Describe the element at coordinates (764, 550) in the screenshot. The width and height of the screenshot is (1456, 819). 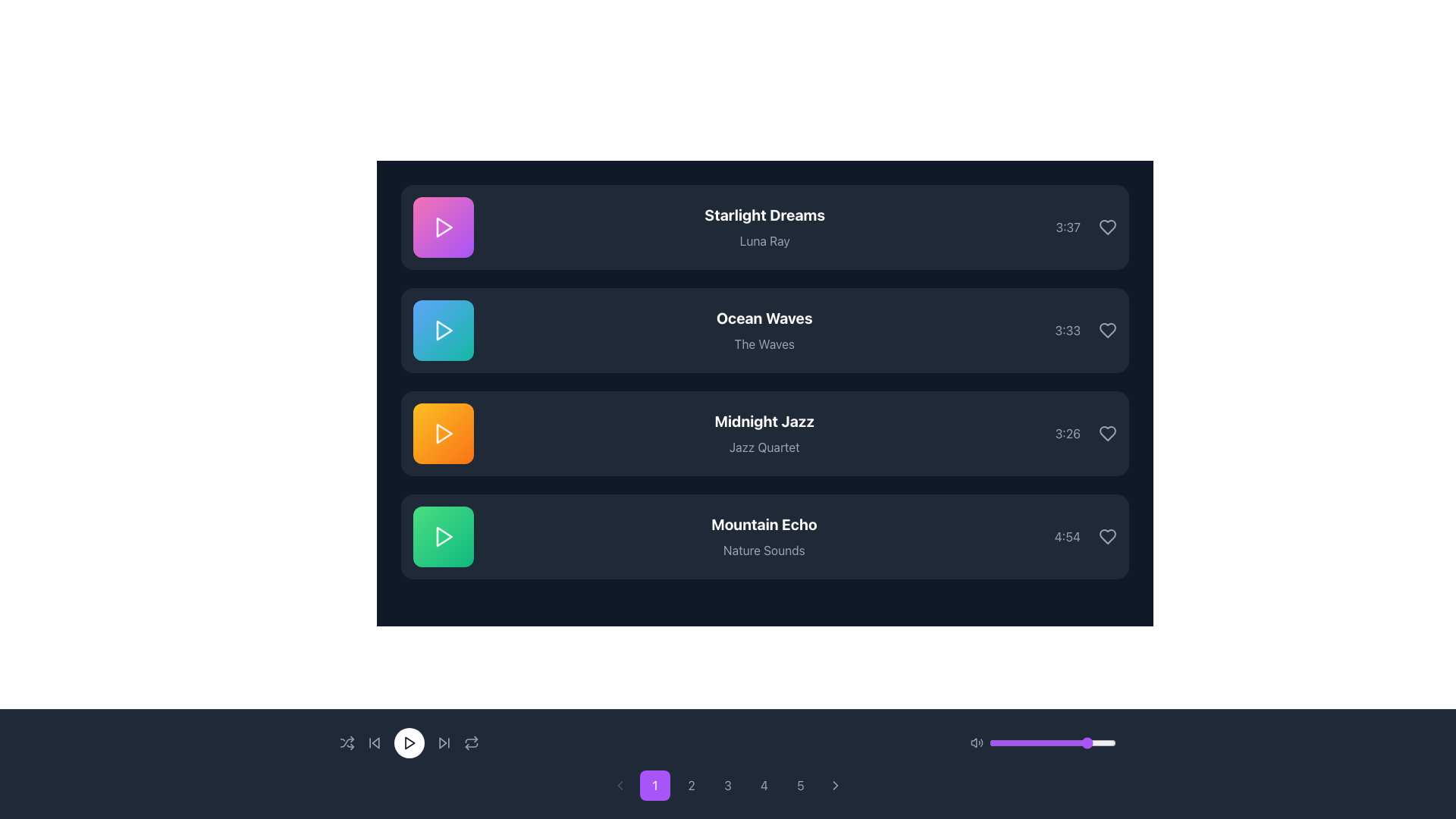
I see `the 'Nature Sounds' text label, which is displayed in a smaller, slightly grayed font and is located directly below the 'Mountain Echo' title within the same card` at that location.